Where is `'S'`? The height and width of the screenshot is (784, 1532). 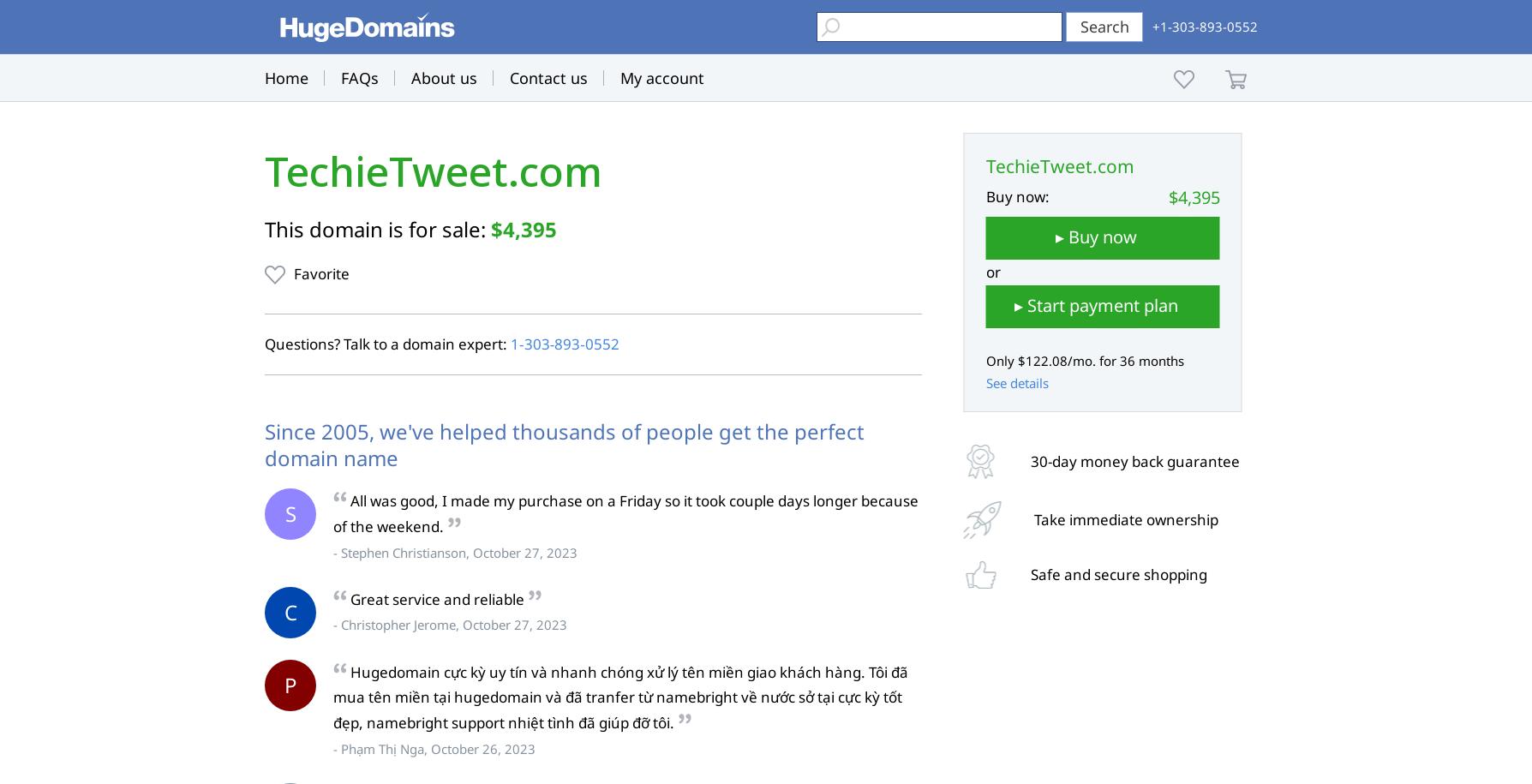
'S' is located at coordinates (289, 512).